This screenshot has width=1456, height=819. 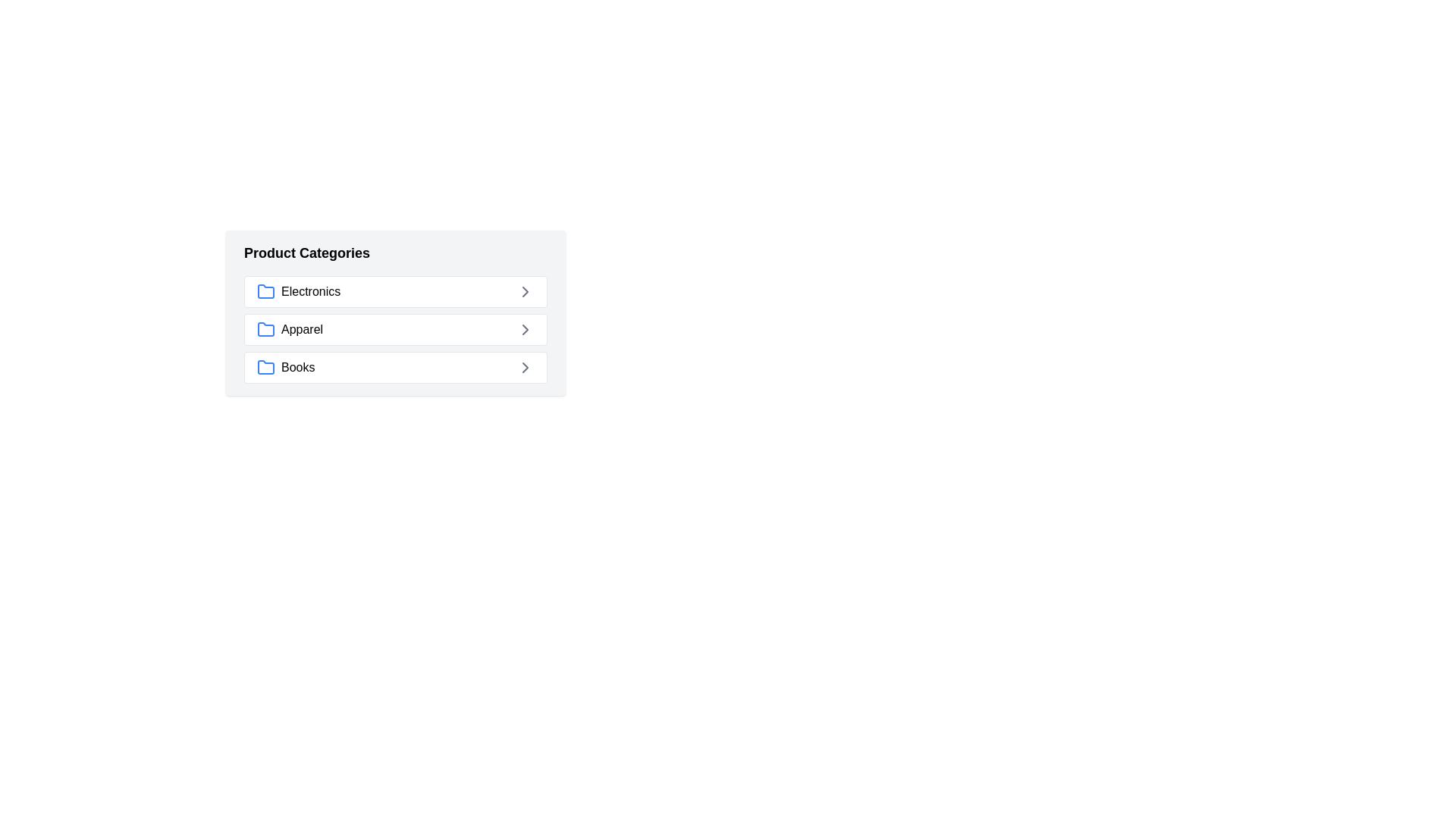 What do you see at coordinates (525, 368) in the screenshot?
I see `the right-pointing chevron icon for the 'Books' category in the 'Product Categories' list, which is a simplistic design with a text-gray-500 color, located centrally within the row labeled 'Books'` at bounding box center [525, 368].